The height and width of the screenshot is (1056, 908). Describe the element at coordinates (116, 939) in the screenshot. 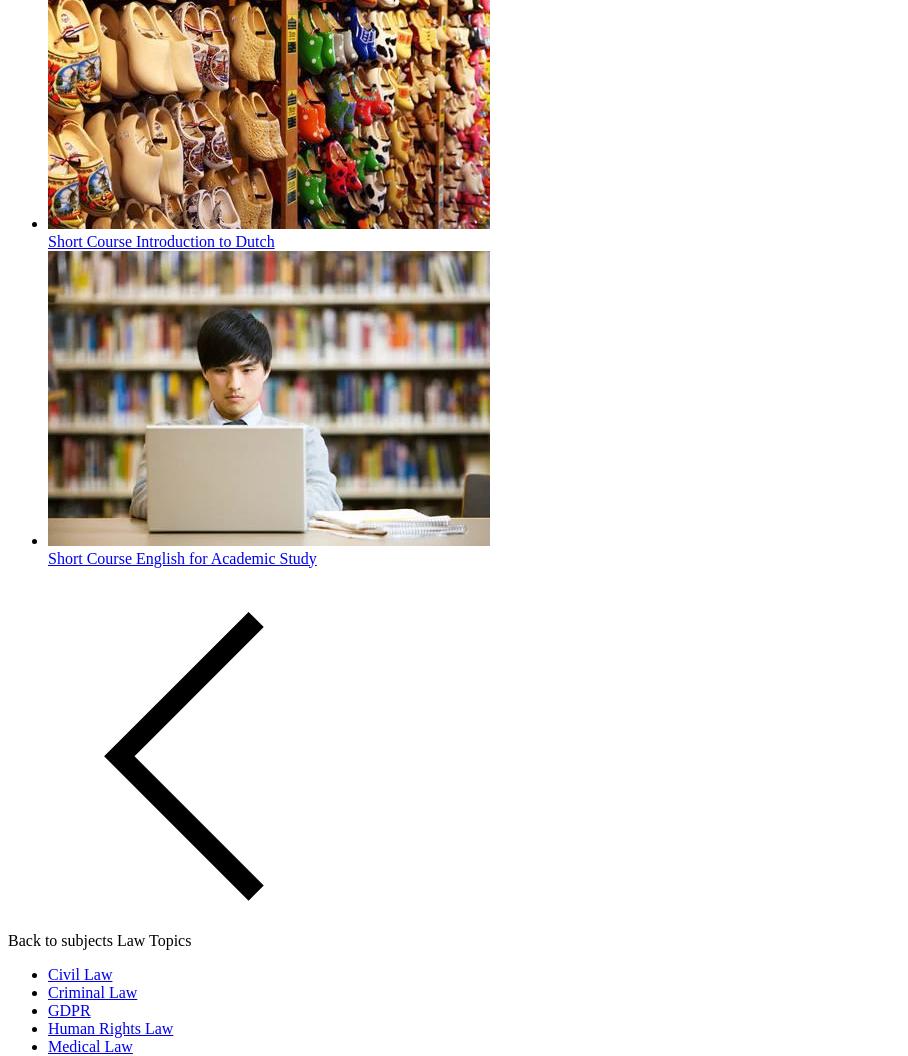

I see `'Law Topics'` at that location.